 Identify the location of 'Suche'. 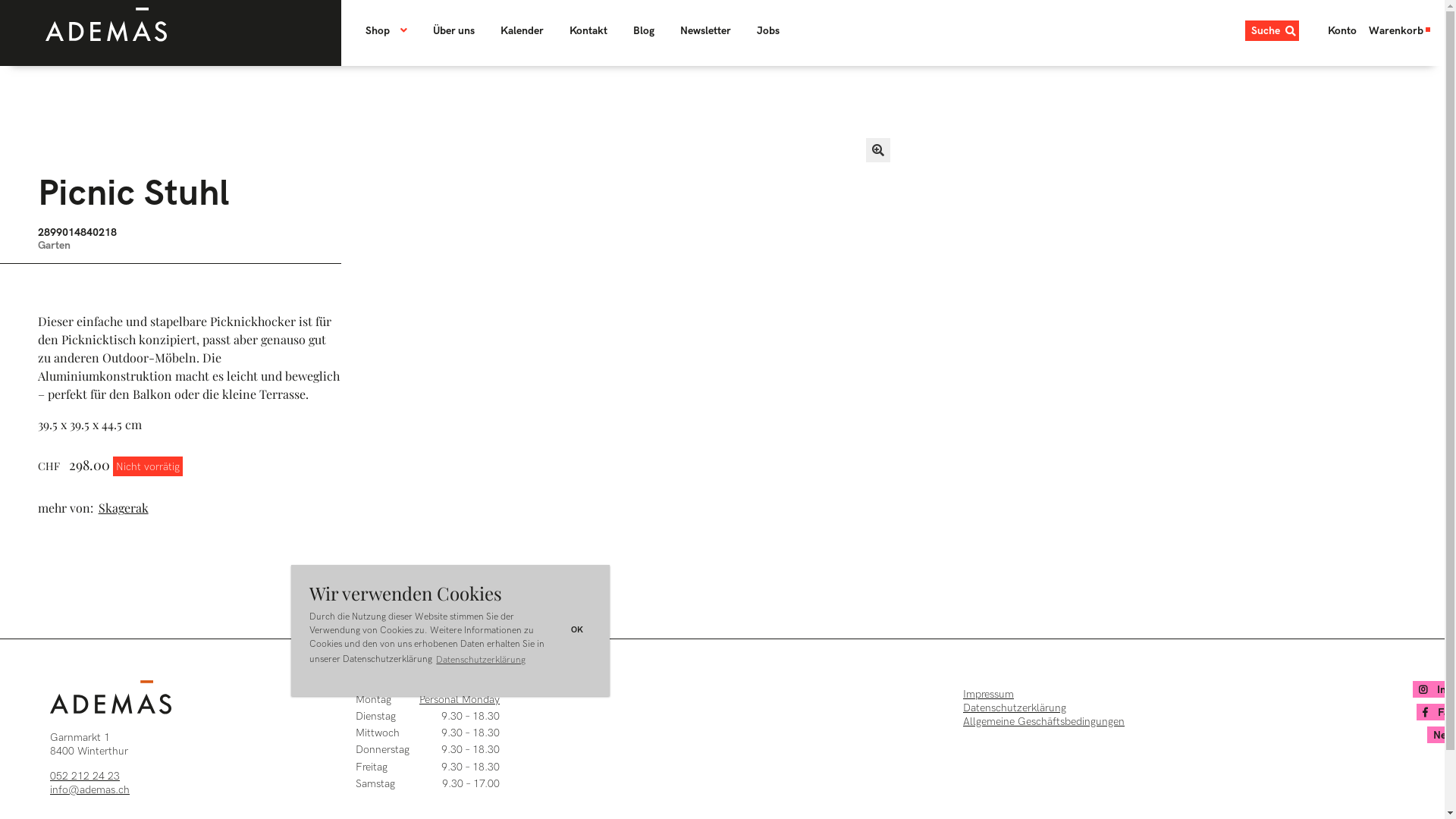
(1272, 30).